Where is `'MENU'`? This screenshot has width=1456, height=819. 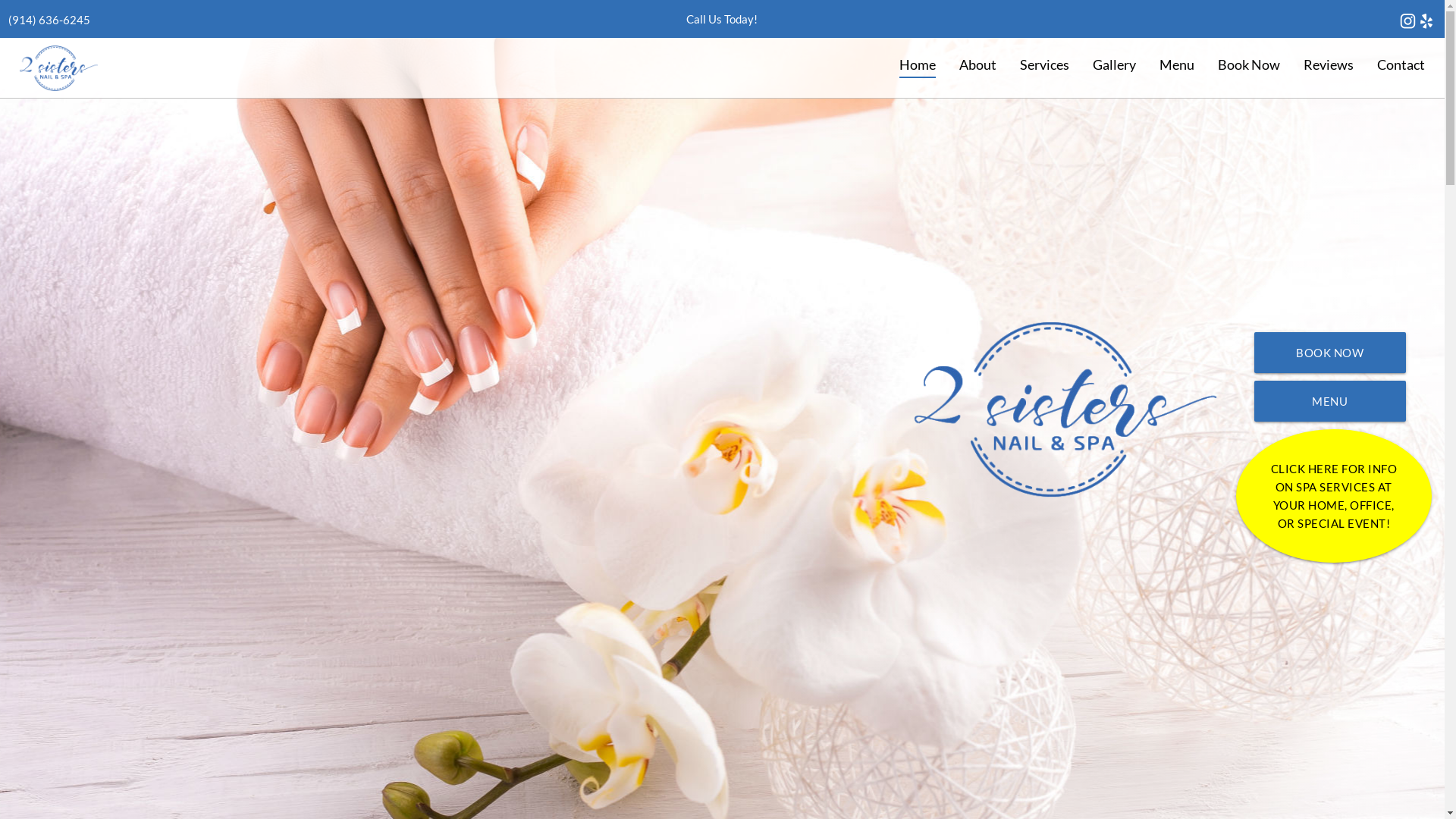 'MENU' is located at coordinates (1329, 400).